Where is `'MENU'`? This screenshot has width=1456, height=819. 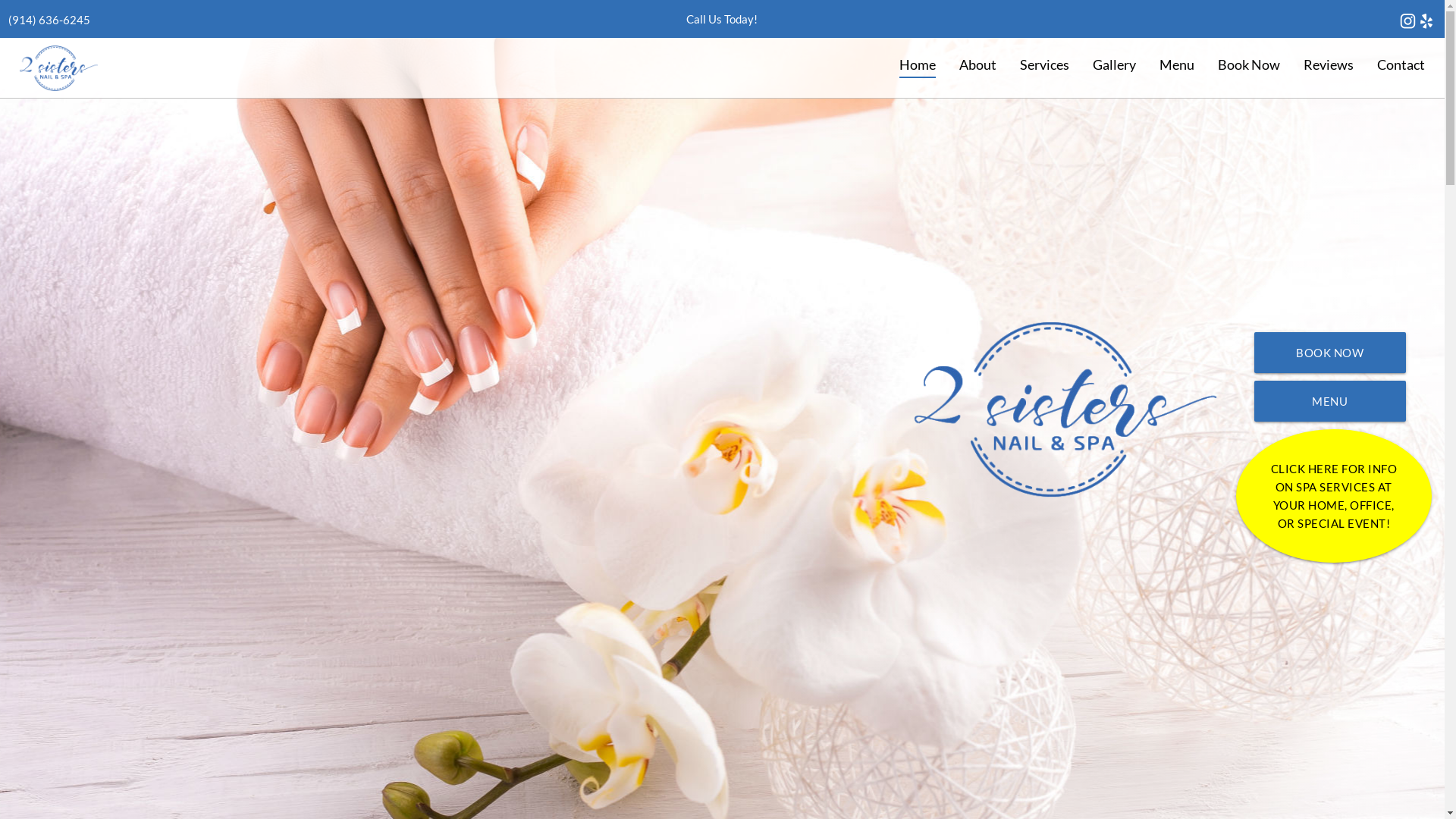 'MENU' is located at coordinates (1329, 400).